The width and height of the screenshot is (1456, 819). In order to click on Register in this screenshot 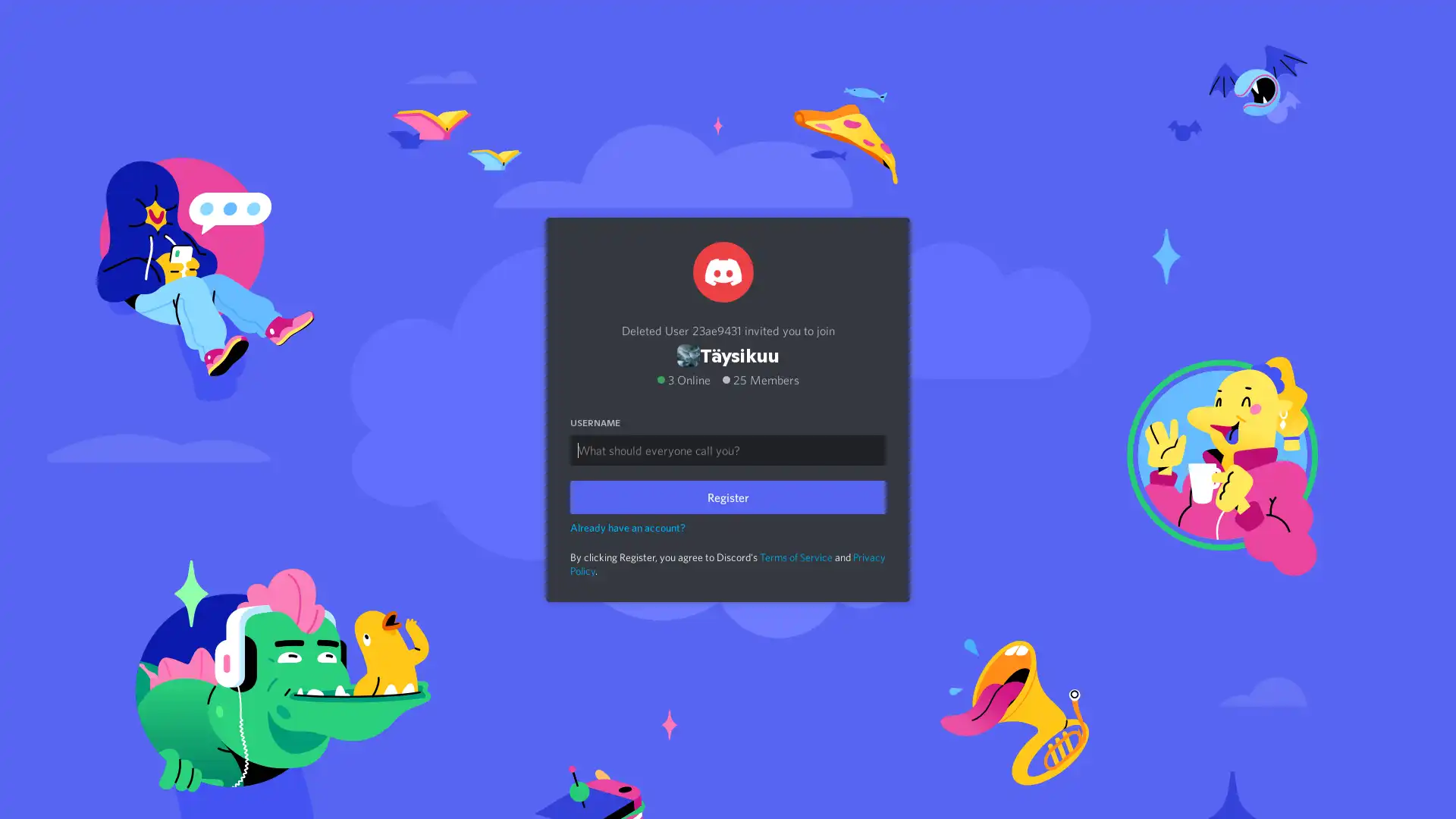, I will do `click(728, 497)`.